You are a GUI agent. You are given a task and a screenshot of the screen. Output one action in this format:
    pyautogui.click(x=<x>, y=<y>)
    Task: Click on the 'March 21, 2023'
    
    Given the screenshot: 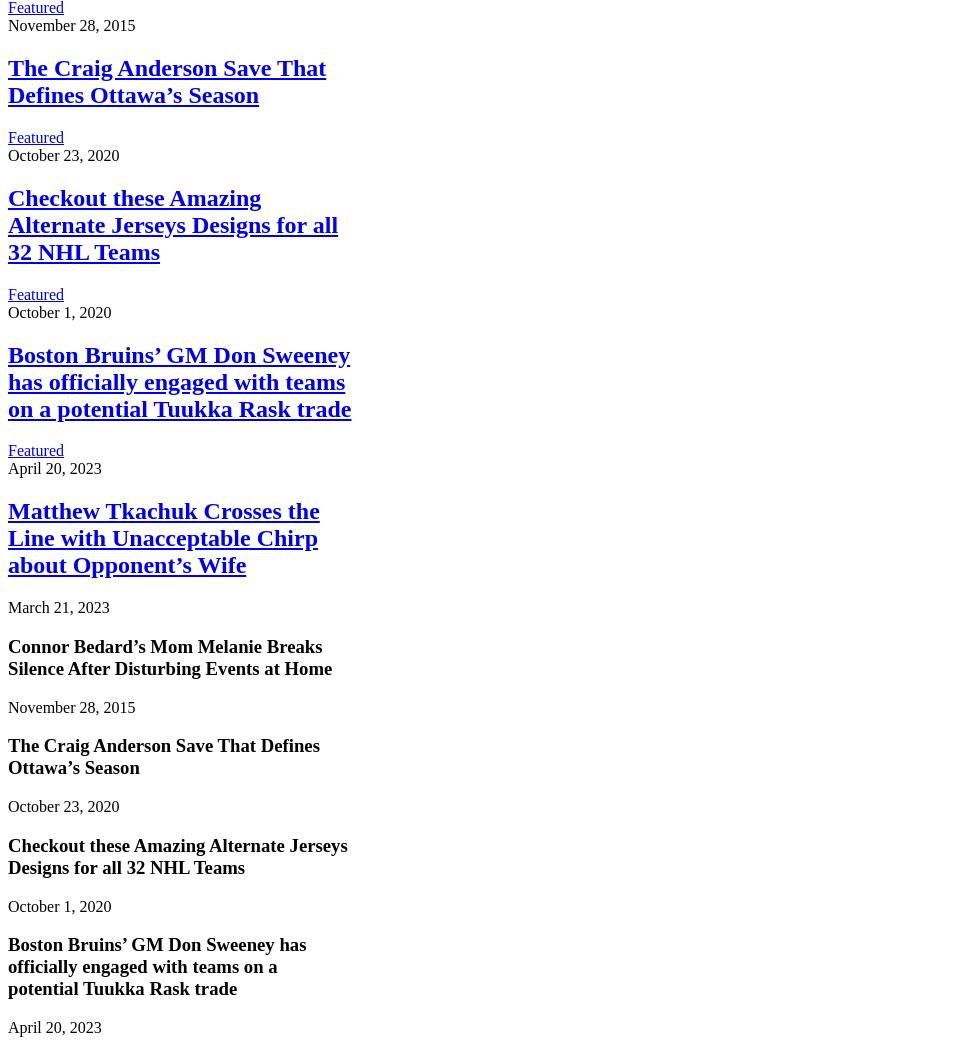 What is the action you would take?
    pyautogui.click(x=8, y=606)
    